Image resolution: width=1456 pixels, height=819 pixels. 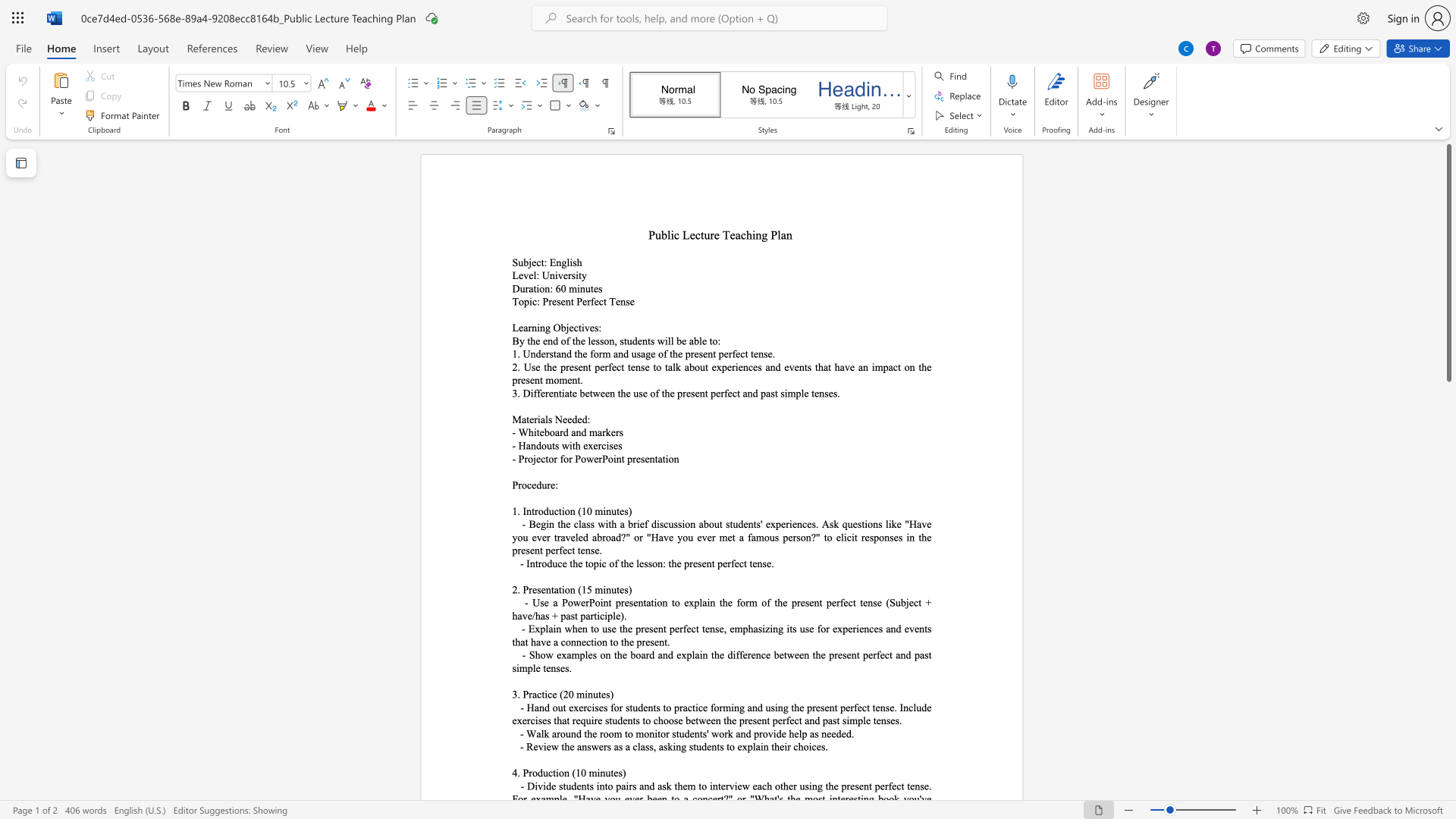 I want to click on the space between the continuous character "c" and "e" in the text, so click(x=551, y=694).